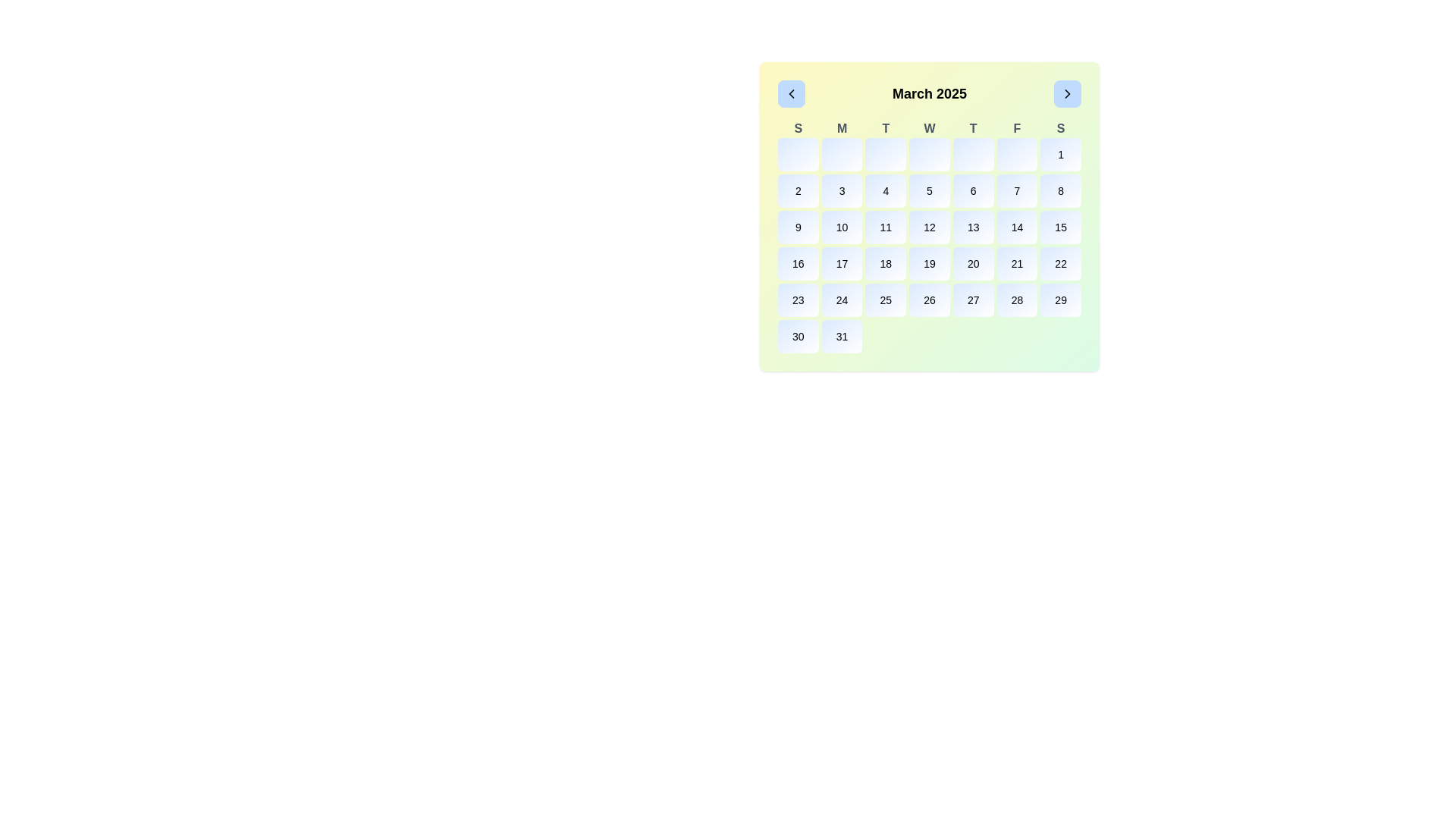 This screenshot has width=1456, height=819. I want to click on the rectangular button with a gradient background transitioning from blue to white, located in the fourth column of the first row in a calendar-like grid layout, so click(928, 155).